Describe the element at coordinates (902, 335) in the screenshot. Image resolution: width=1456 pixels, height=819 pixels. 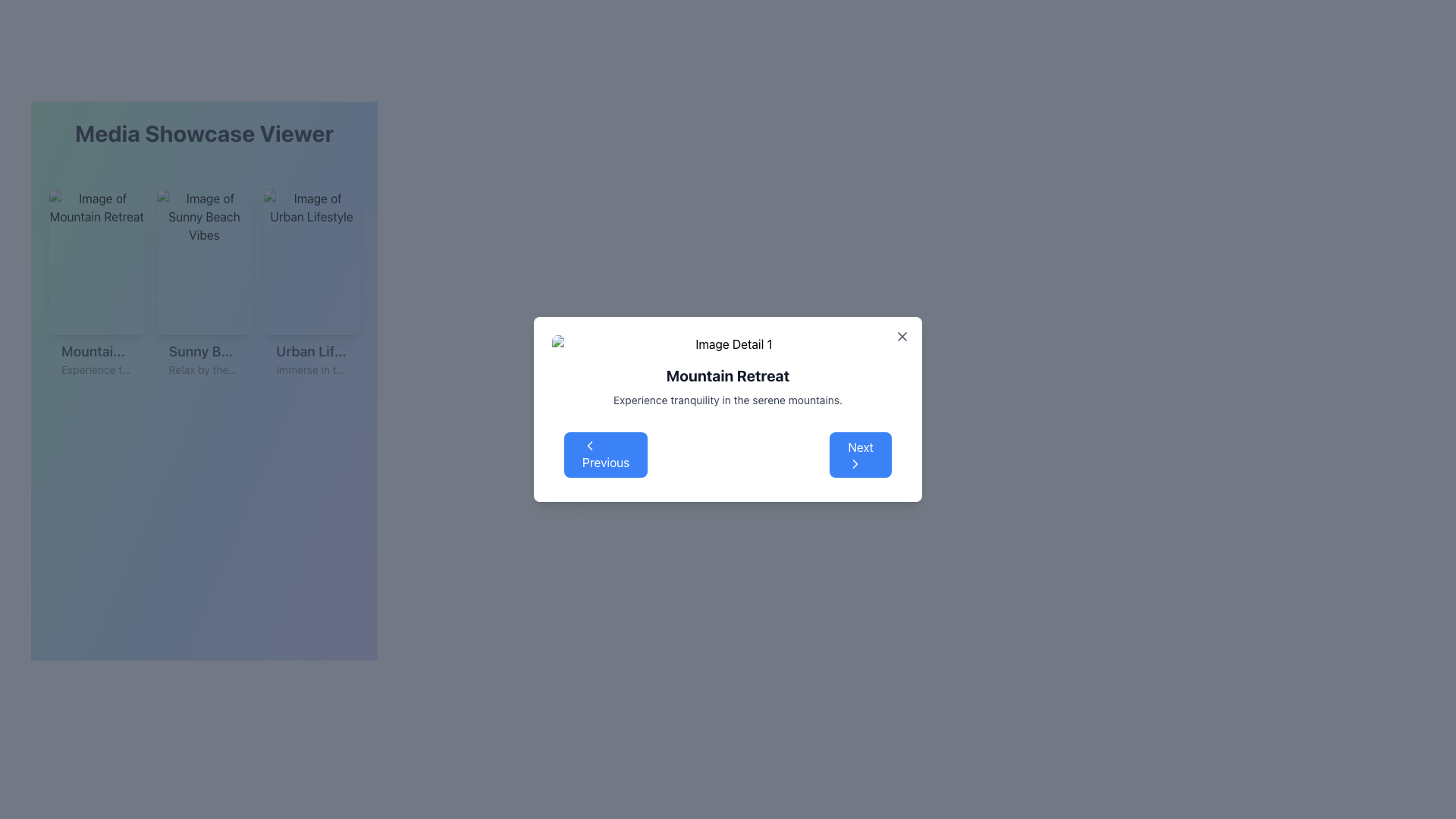
I see `the small square close button with a gray border and an 'X' icon located at the top-right corner of the modal window` at that location.